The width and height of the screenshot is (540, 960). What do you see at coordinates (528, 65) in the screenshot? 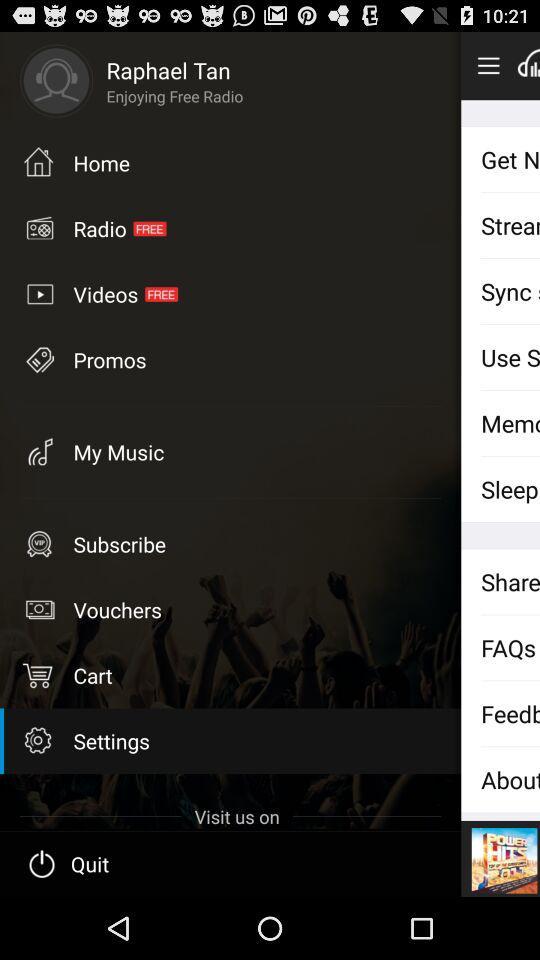
I see `speaker` at bounding box center [528, 65].